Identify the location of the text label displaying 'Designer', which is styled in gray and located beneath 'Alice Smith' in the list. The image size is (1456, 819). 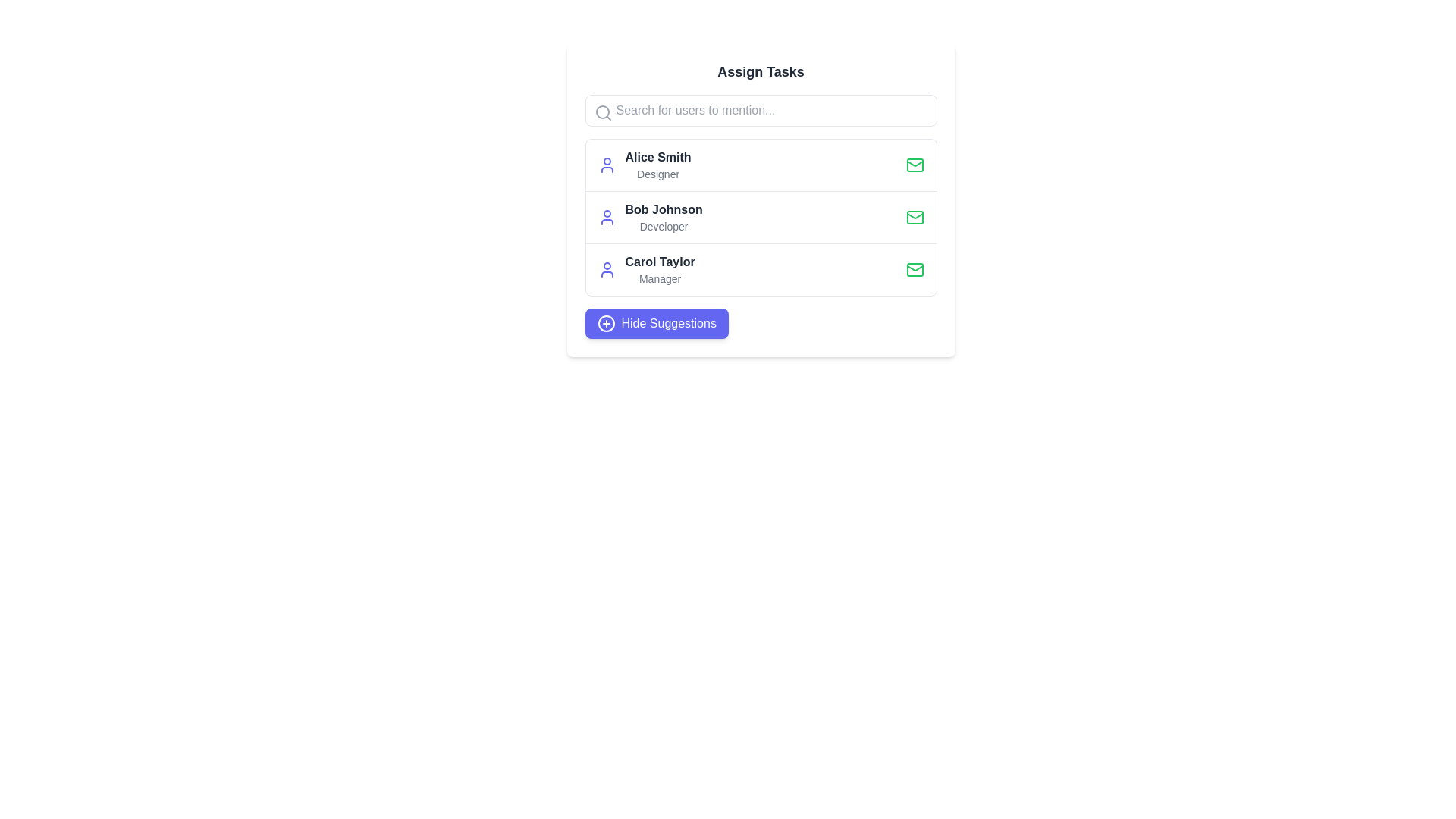
(658, 174).